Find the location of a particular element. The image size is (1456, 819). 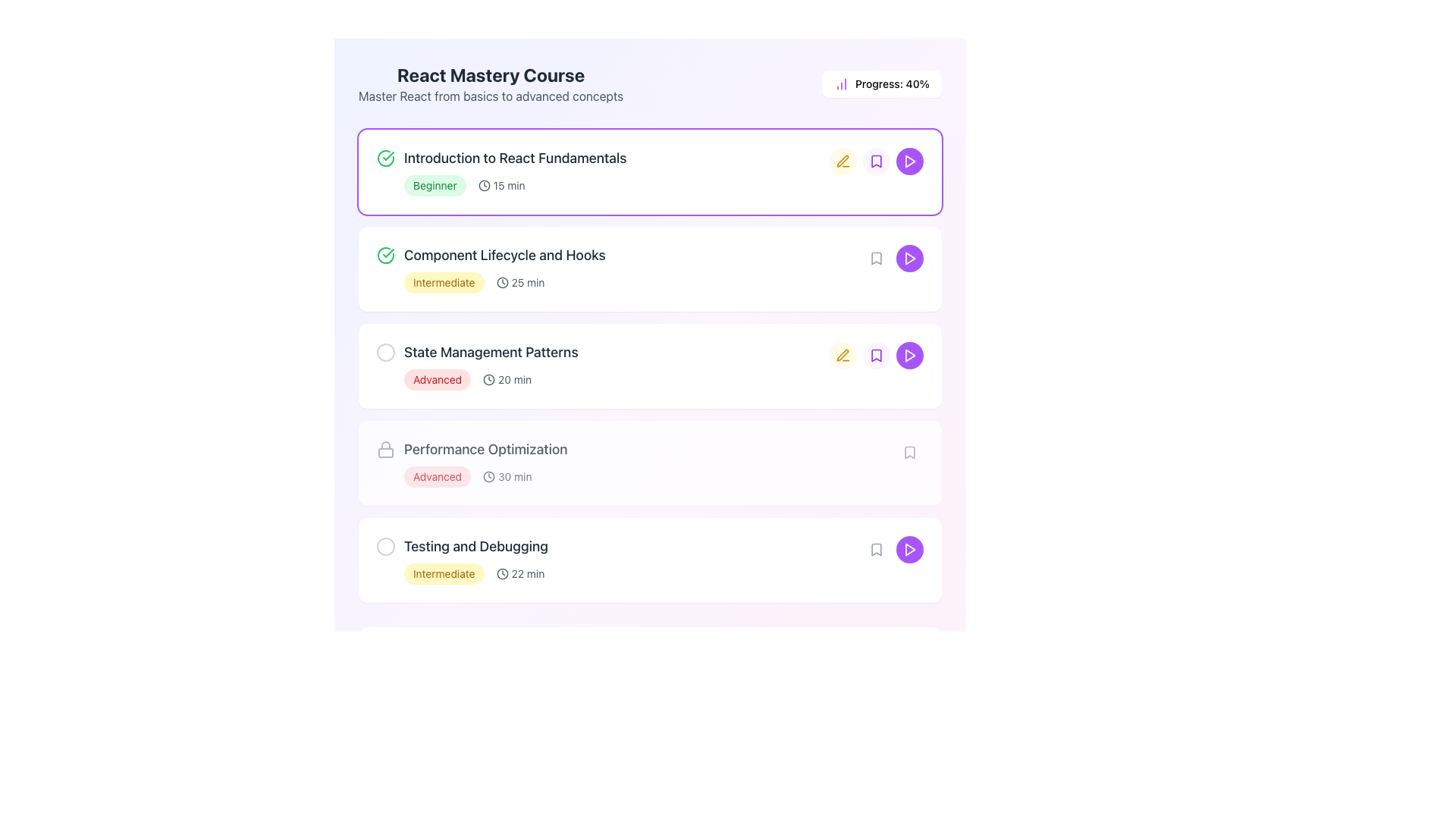

the play icon inside the purple circular button is located at coordinates (910, 356).